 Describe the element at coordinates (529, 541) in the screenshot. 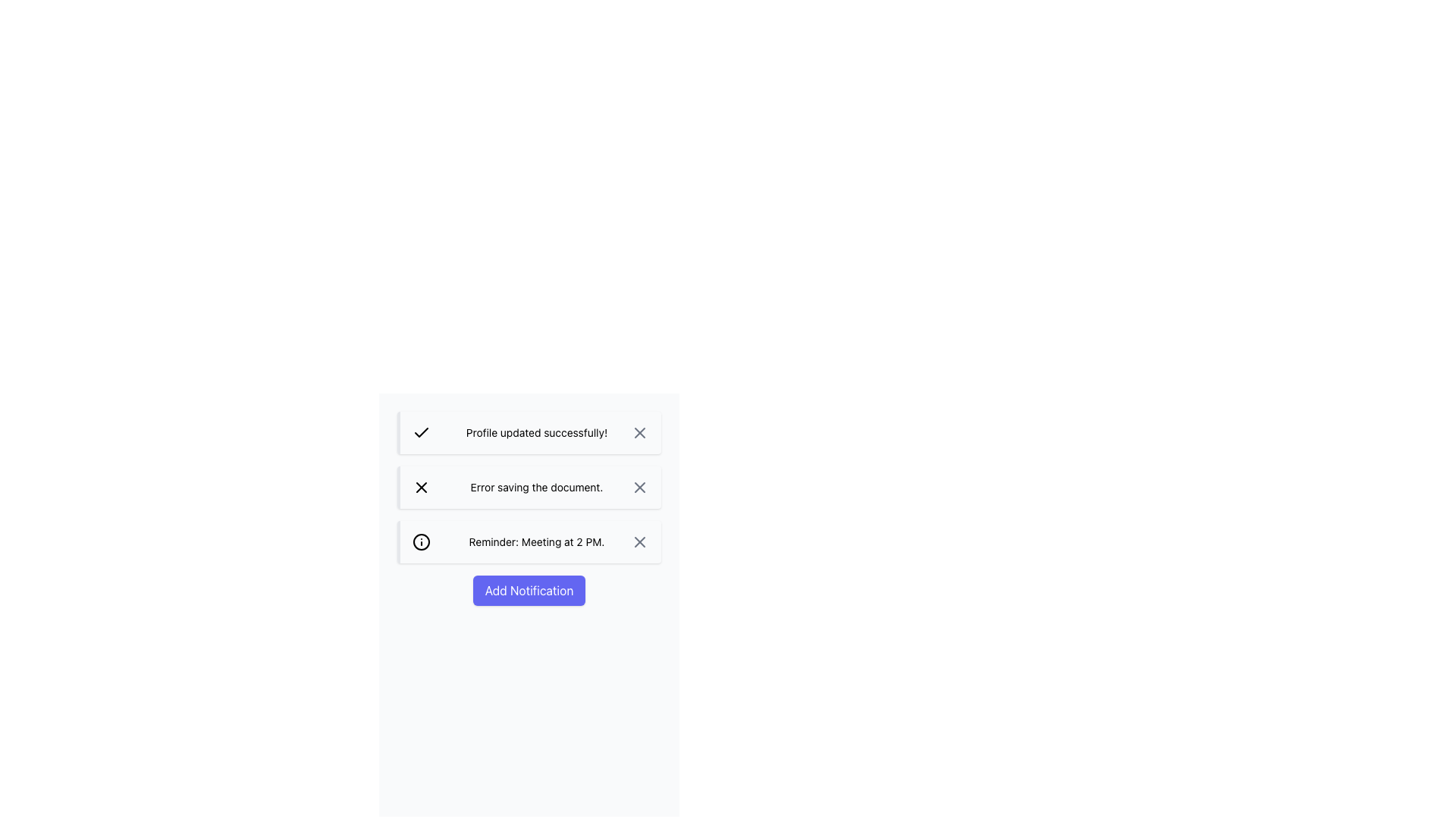

I see `the notification block with a light background and a close button, located in the third position among similar blocks` at that location.